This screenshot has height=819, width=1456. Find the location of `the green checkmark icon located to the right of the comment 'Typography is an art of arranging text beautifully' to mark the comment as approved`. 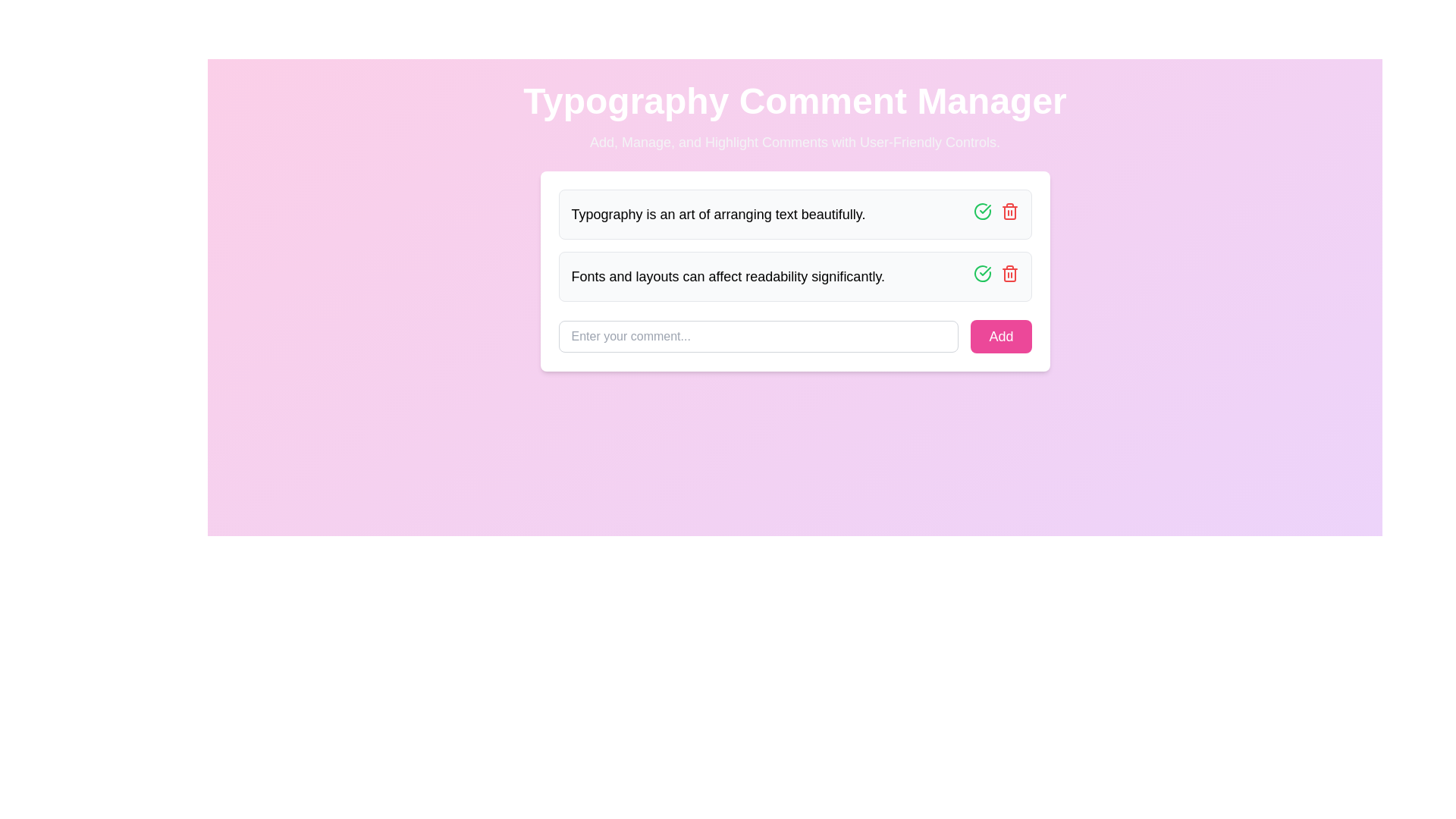

the green checkmark icon located to the right of the comment 'Typography is an art of arranging text beautifully' to mark the comment as approved is located at coordinates (985, 271).